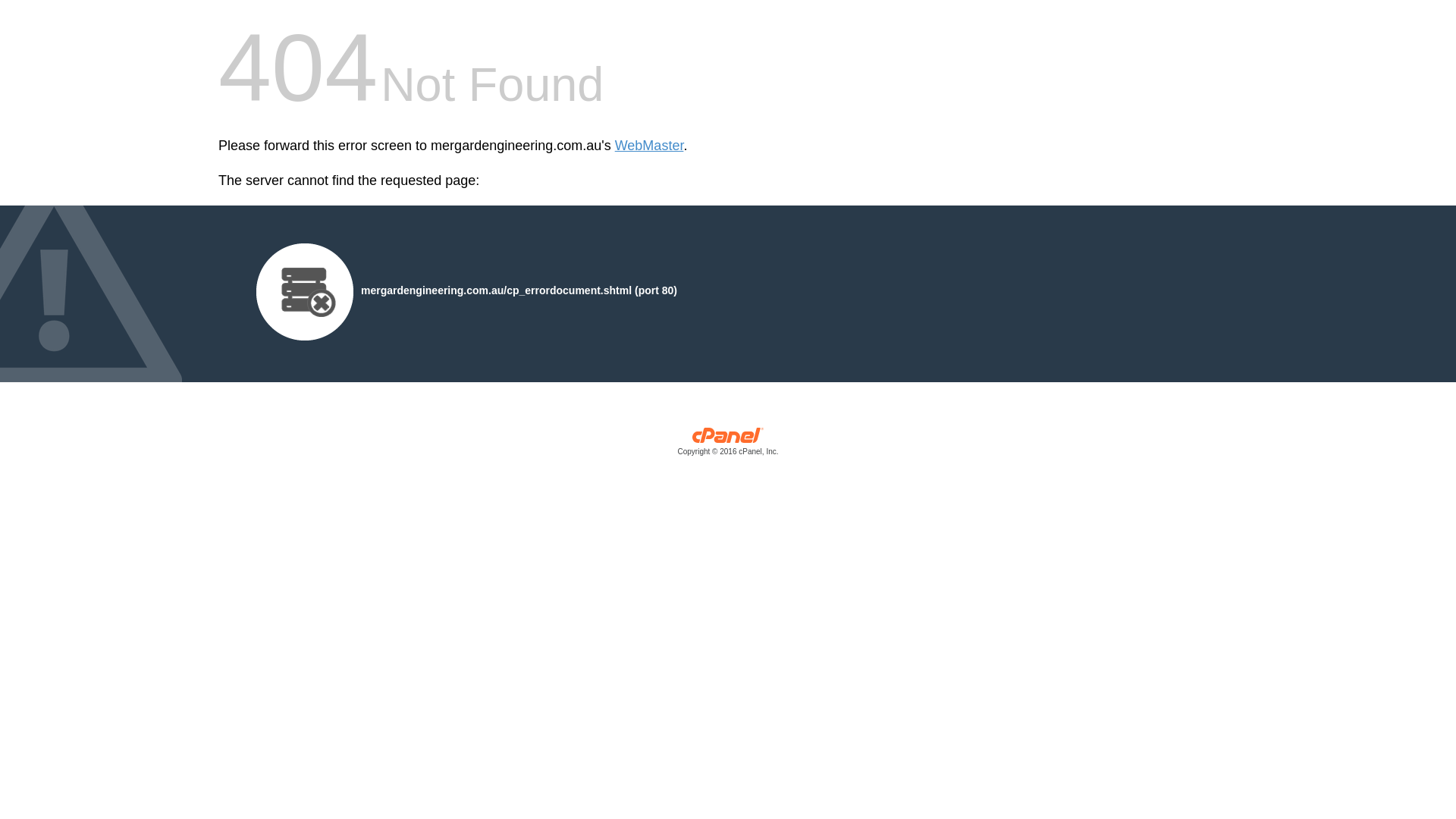 The image size is (1456, 819). Describe the element at coordinates (649, 146) in the screenshot. I see `'WebMaster'` at that location.